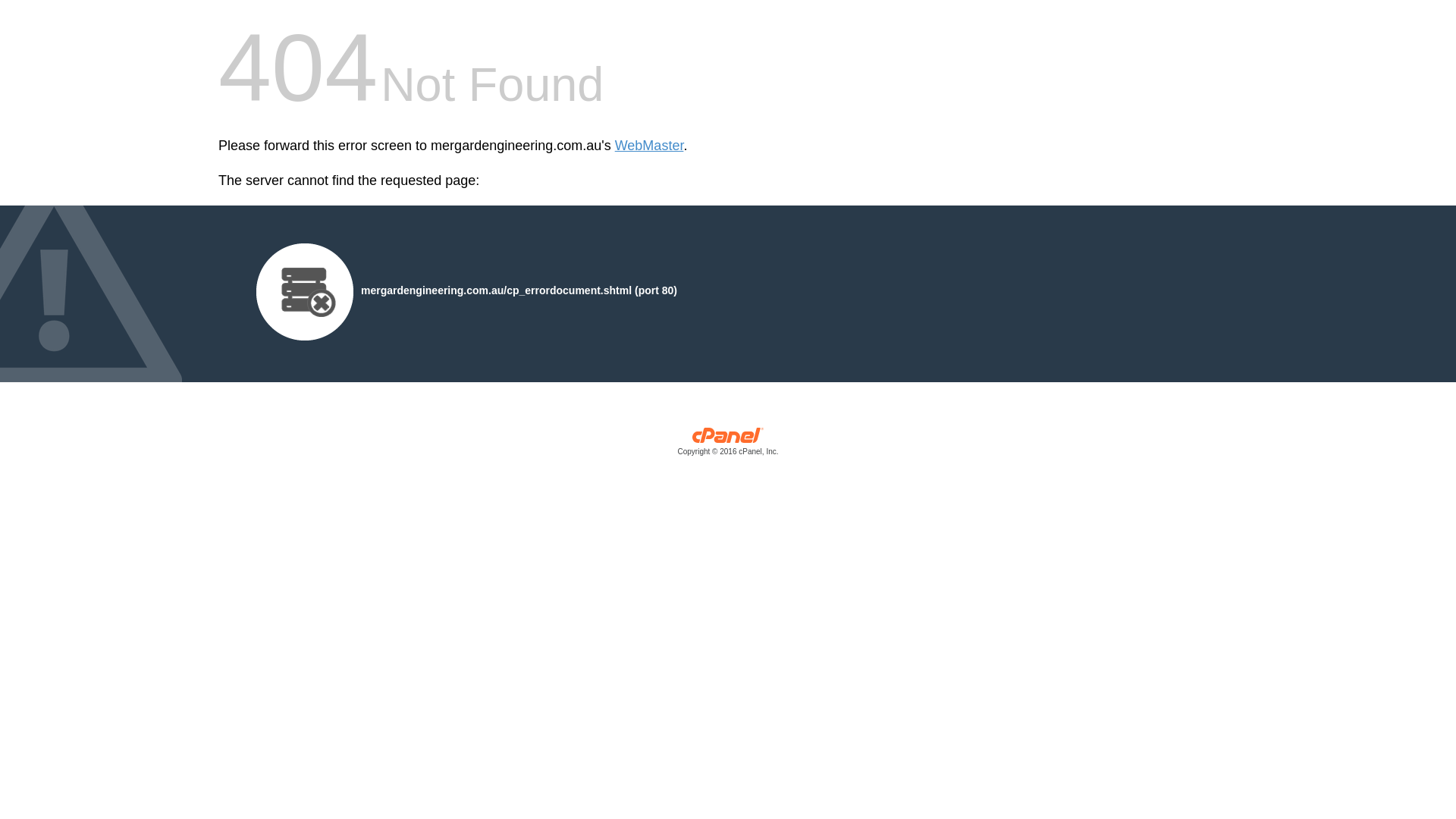 The image size is (1456, 819). Describe the element at coordinates (649, 146) in the screenshot. I see `'WebMaster'` at that location.